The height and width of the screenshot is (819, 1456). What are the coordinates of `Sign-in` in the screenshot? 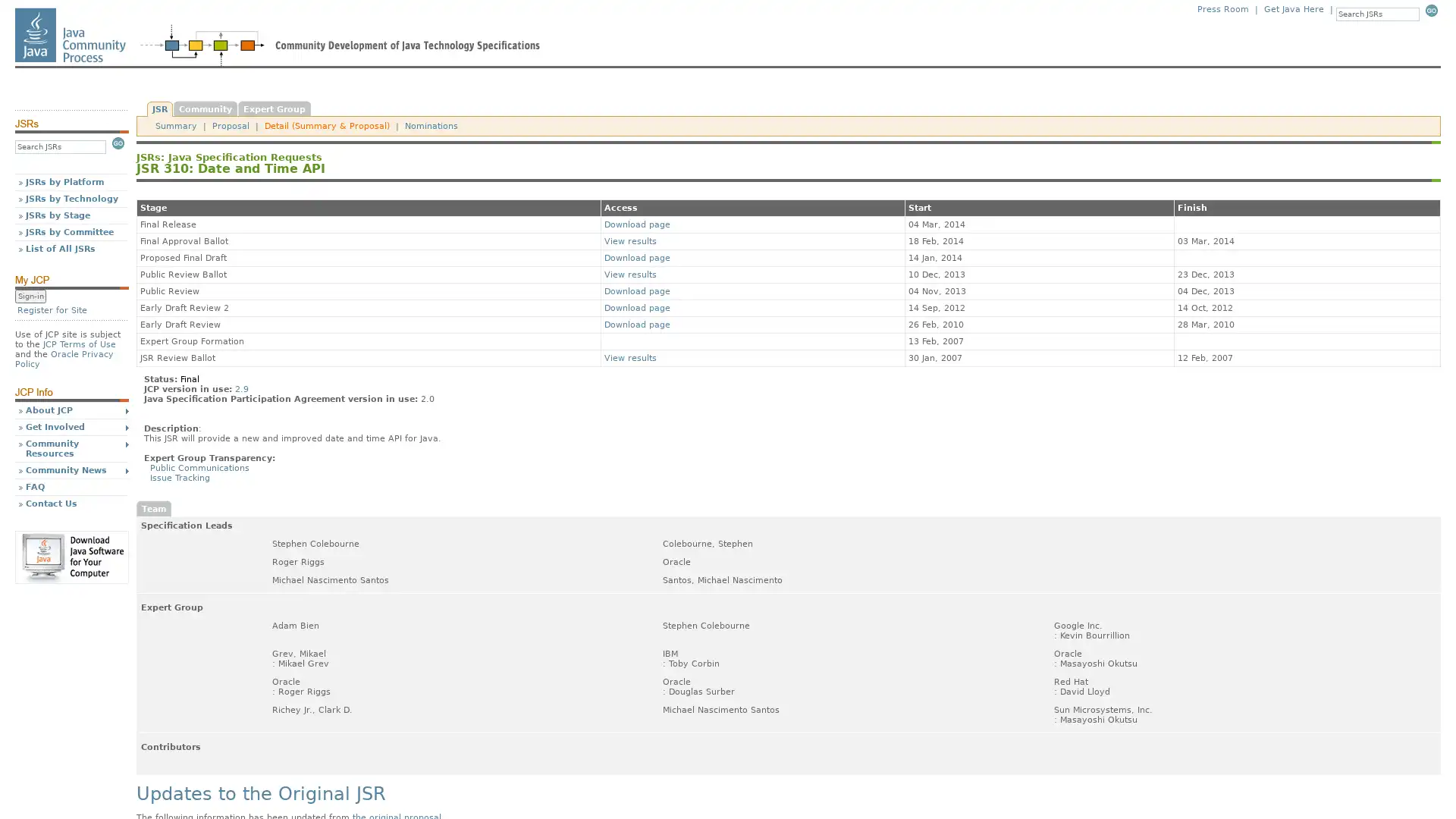 It's located at (30, 296).